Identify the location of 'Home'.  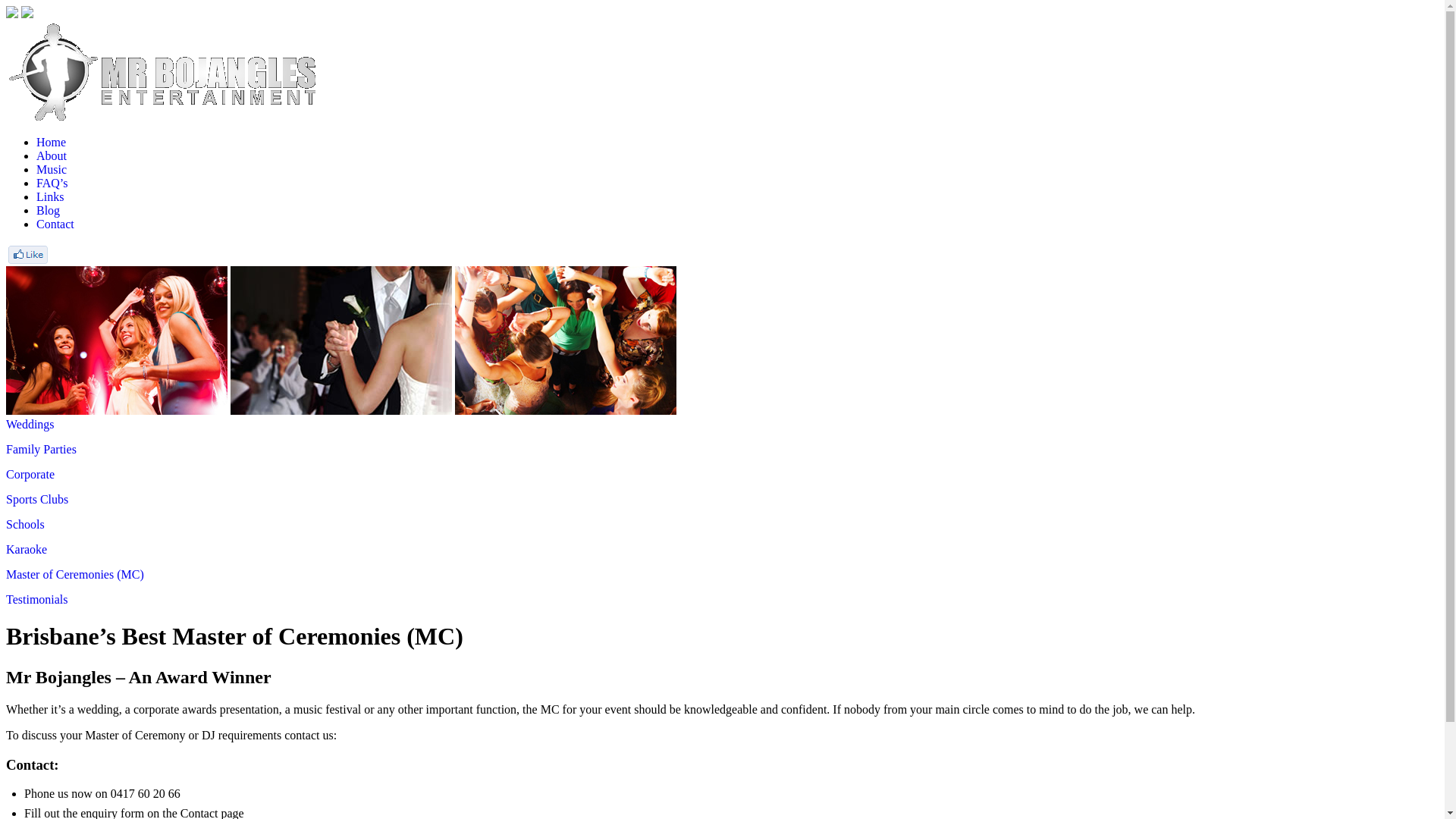
(36, 142).